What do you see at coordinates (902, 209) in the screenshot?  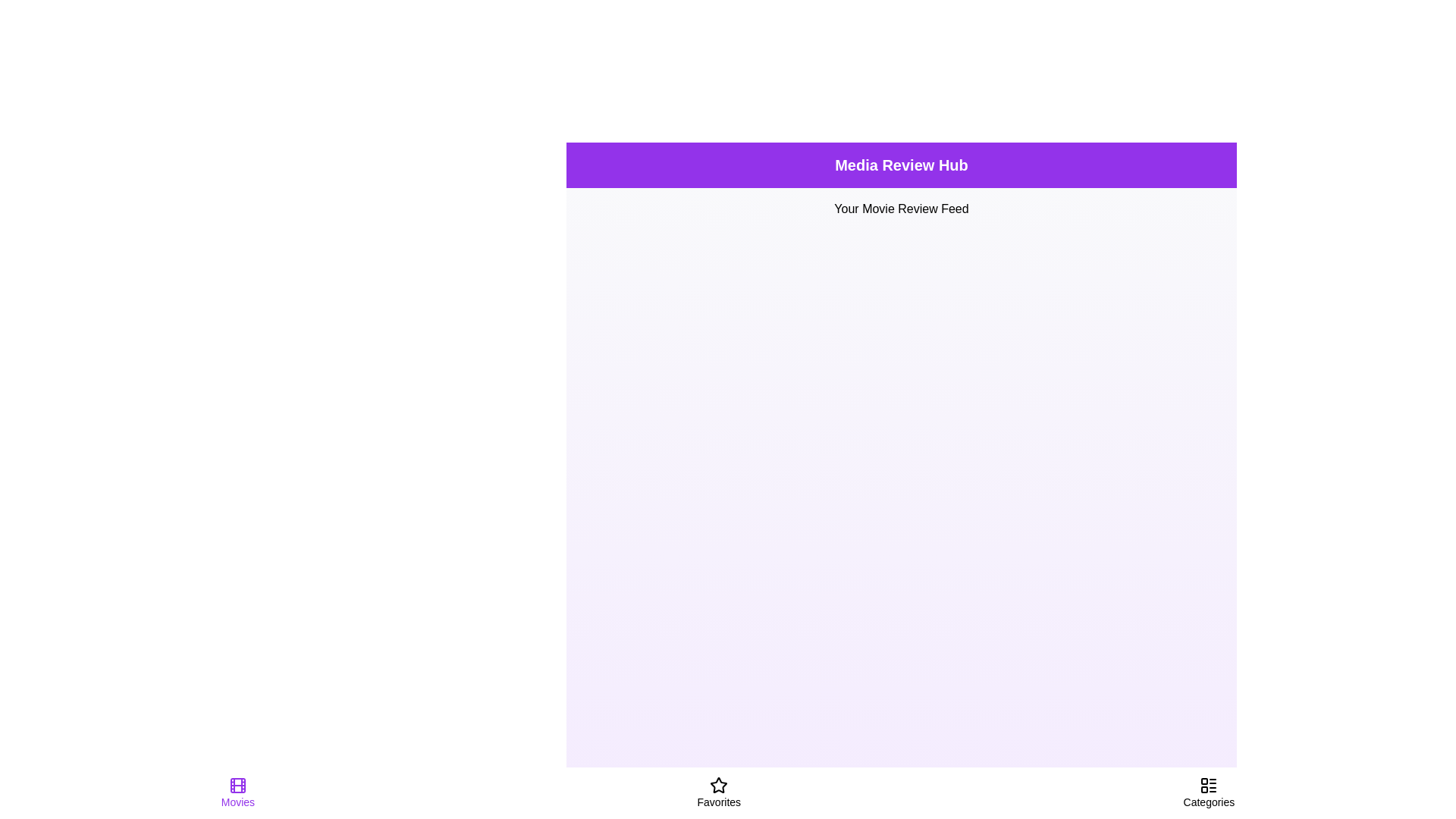 I see `the text label reading 'Your Movie Review Feed', which is centered on a white background beneath the 'Media Review Hub' header` at bounding box center [902, 209].